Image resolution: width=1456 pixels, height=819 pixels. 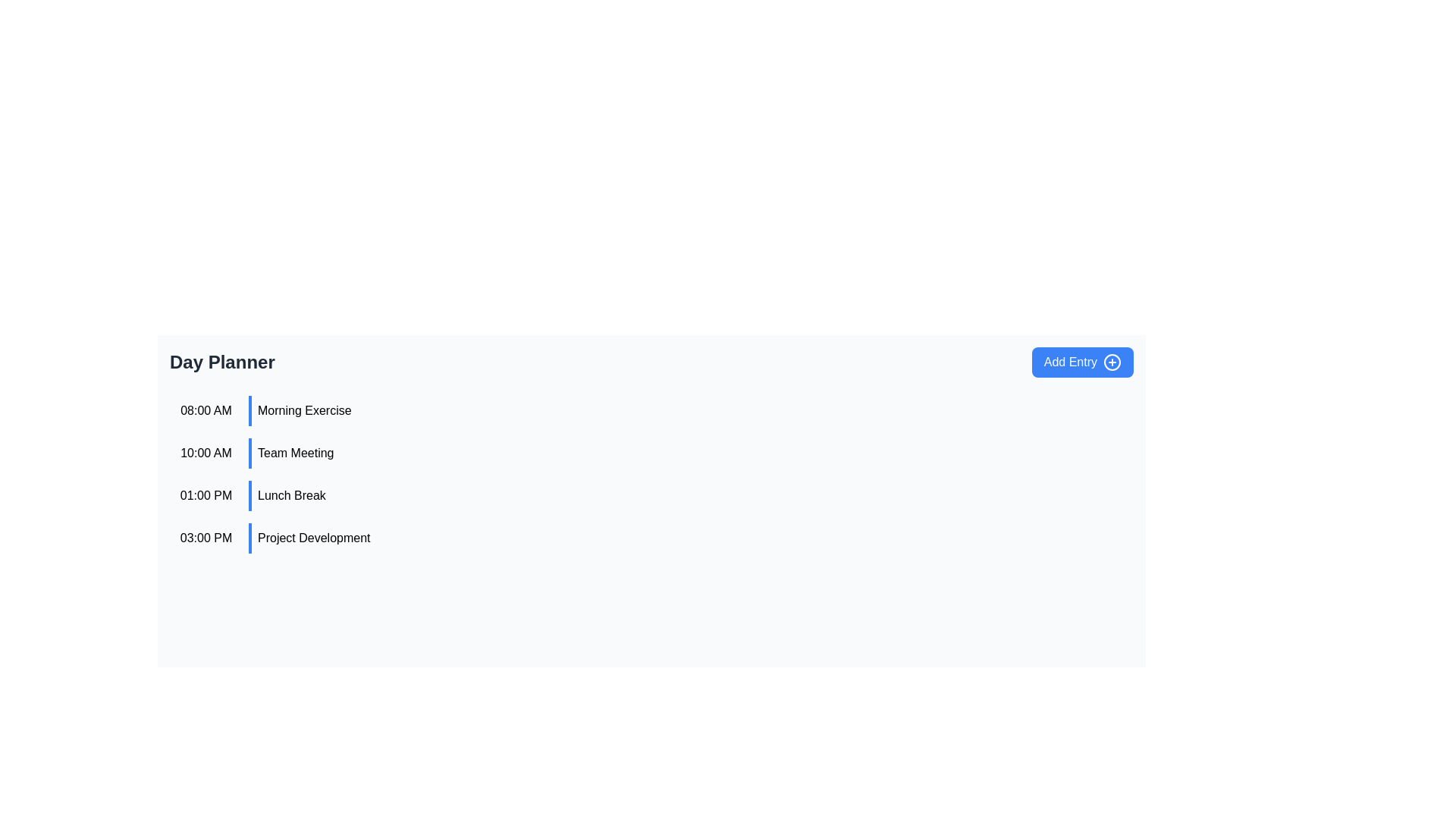 I want to click on the Decorative Separator, which is a slim vertical blue bar located between the '01:00 PM' text on the left and 'Lunch Break' text on the right, so click(x=250, y=496).